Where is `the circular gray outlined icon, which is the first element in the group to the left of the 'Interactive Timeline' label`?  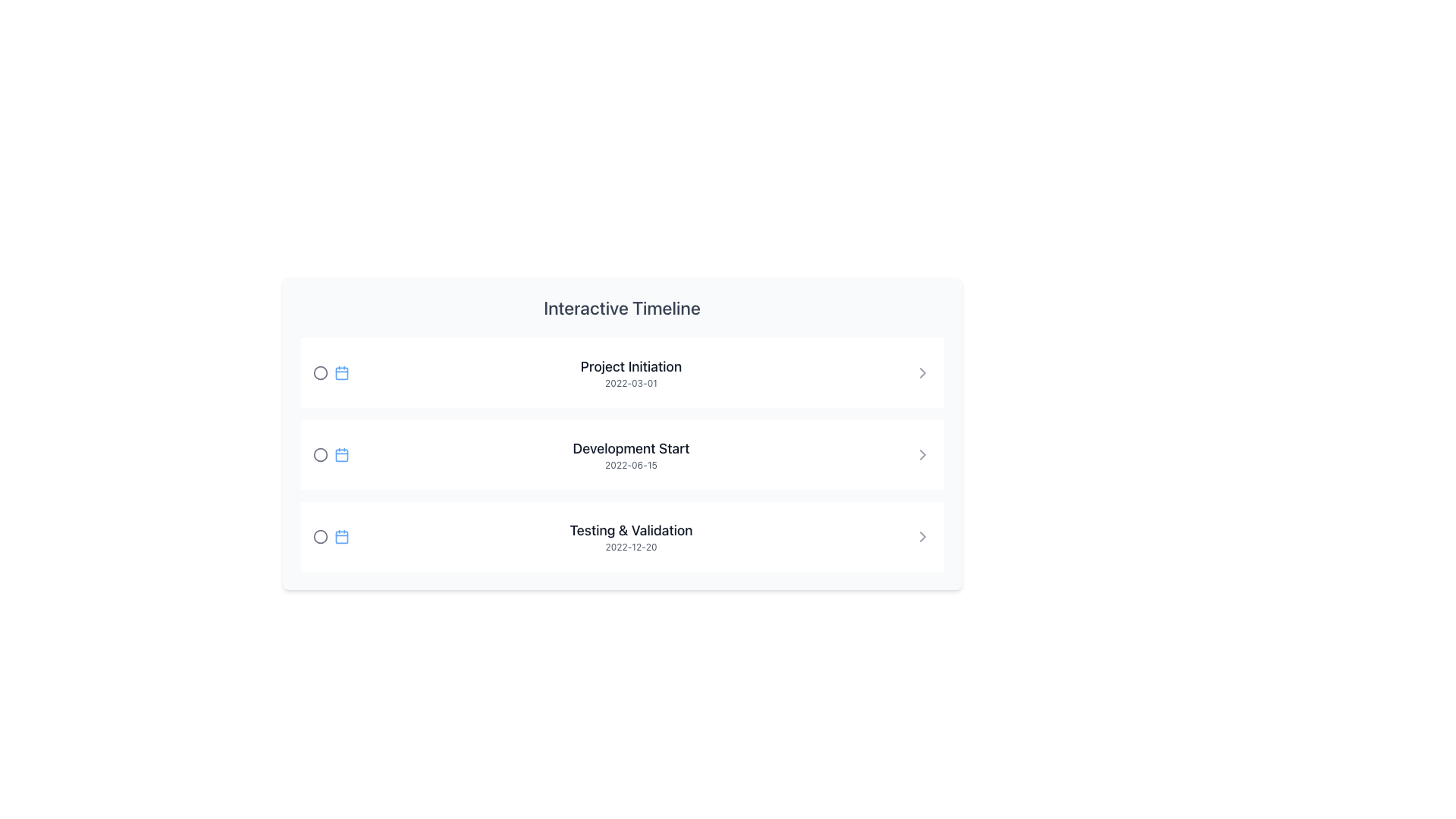 the circular gray outlined icon, which is the first element in the group to the left of the 'Interactive Timeline' label is located at coordinates (319, 373).